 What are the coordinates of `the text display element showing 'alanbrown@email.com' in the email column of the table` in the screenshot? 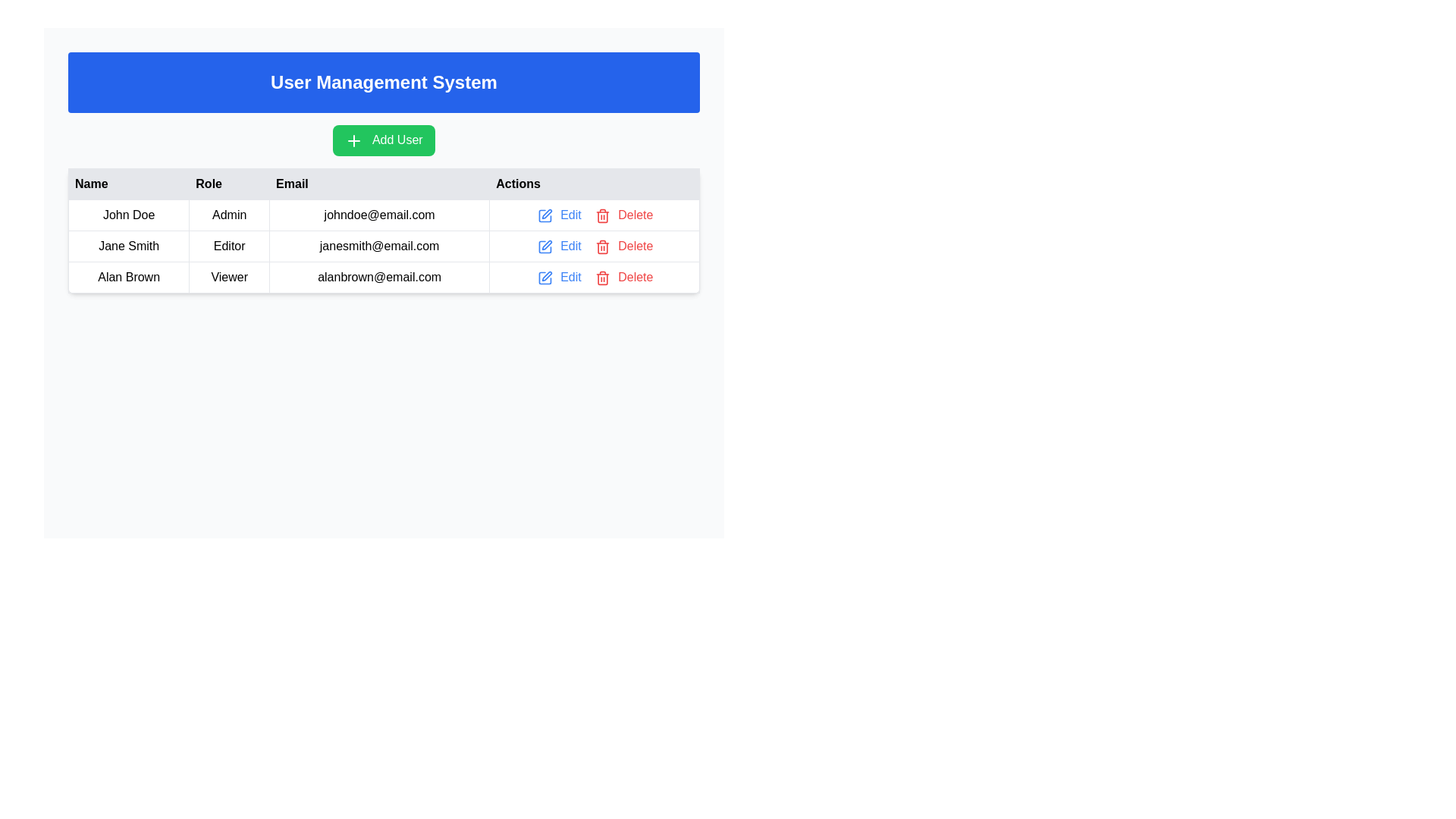 It's located at (379, 277).